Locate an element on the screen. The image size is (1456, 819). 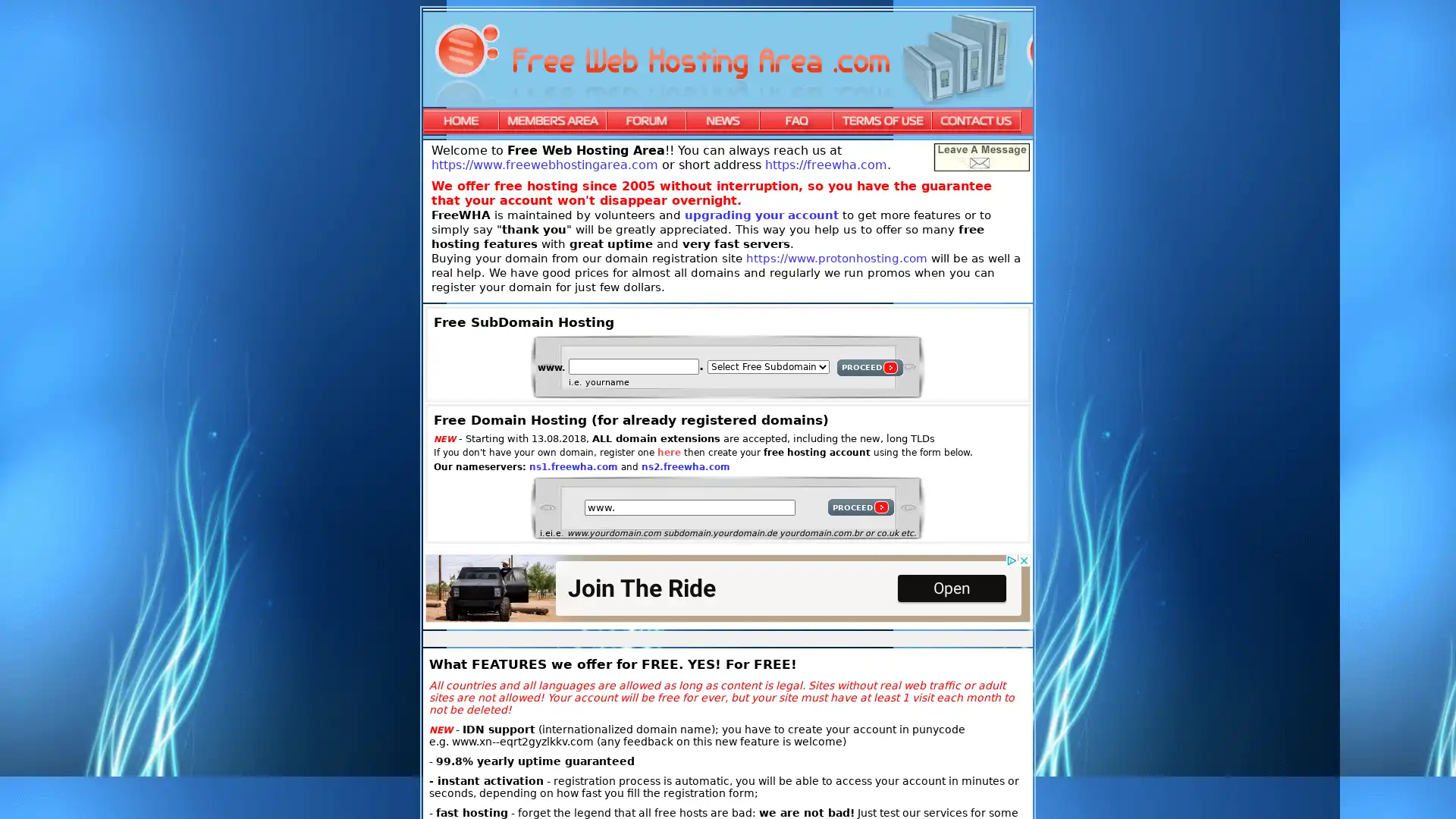
PROCEED is located at coordinates (860, 507).